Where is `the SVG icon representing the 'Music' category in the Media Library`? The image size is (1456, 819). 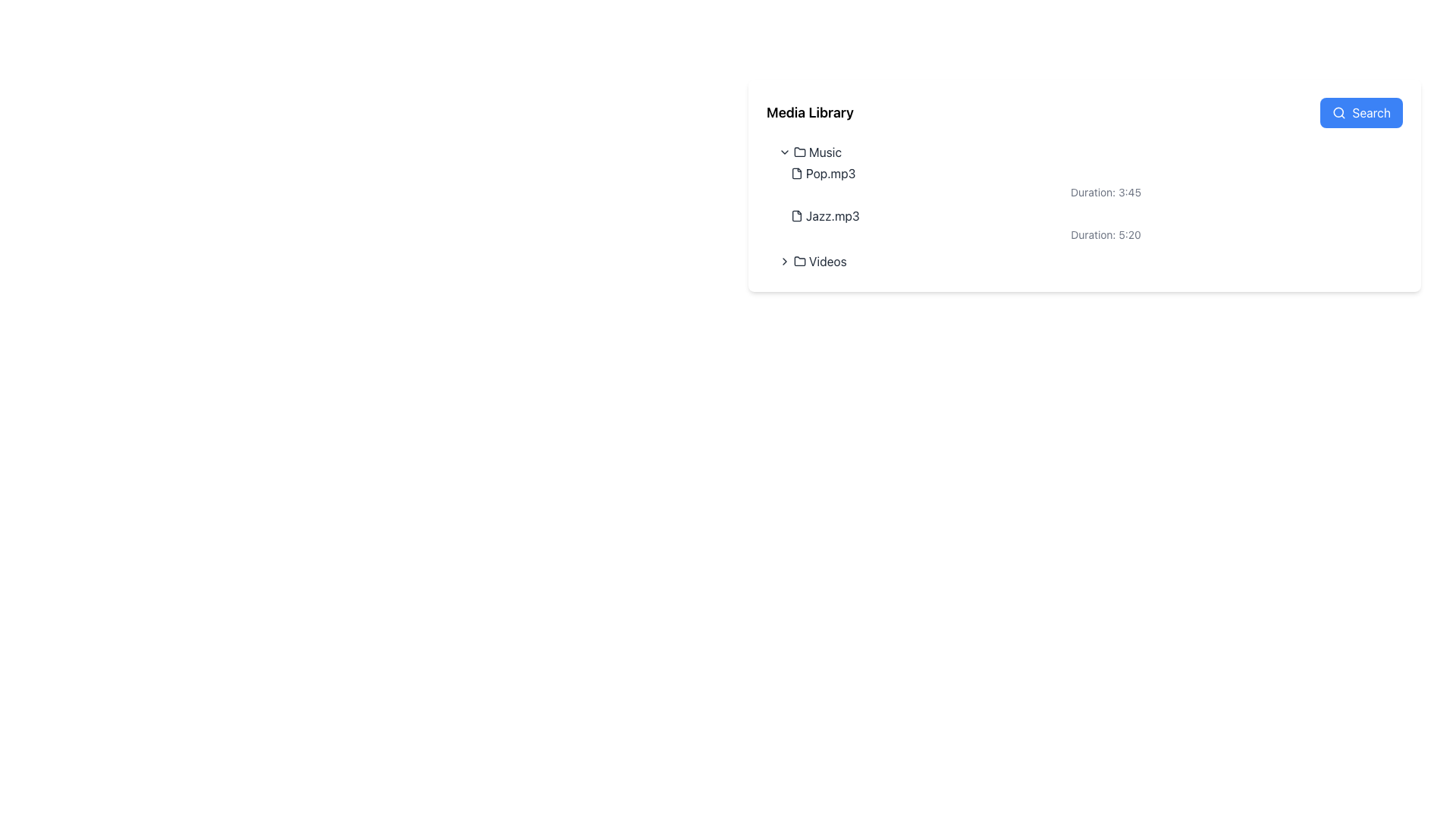
the SVG icon representing the 'Music' category in the Media Library is located at coordinates (799, 152).